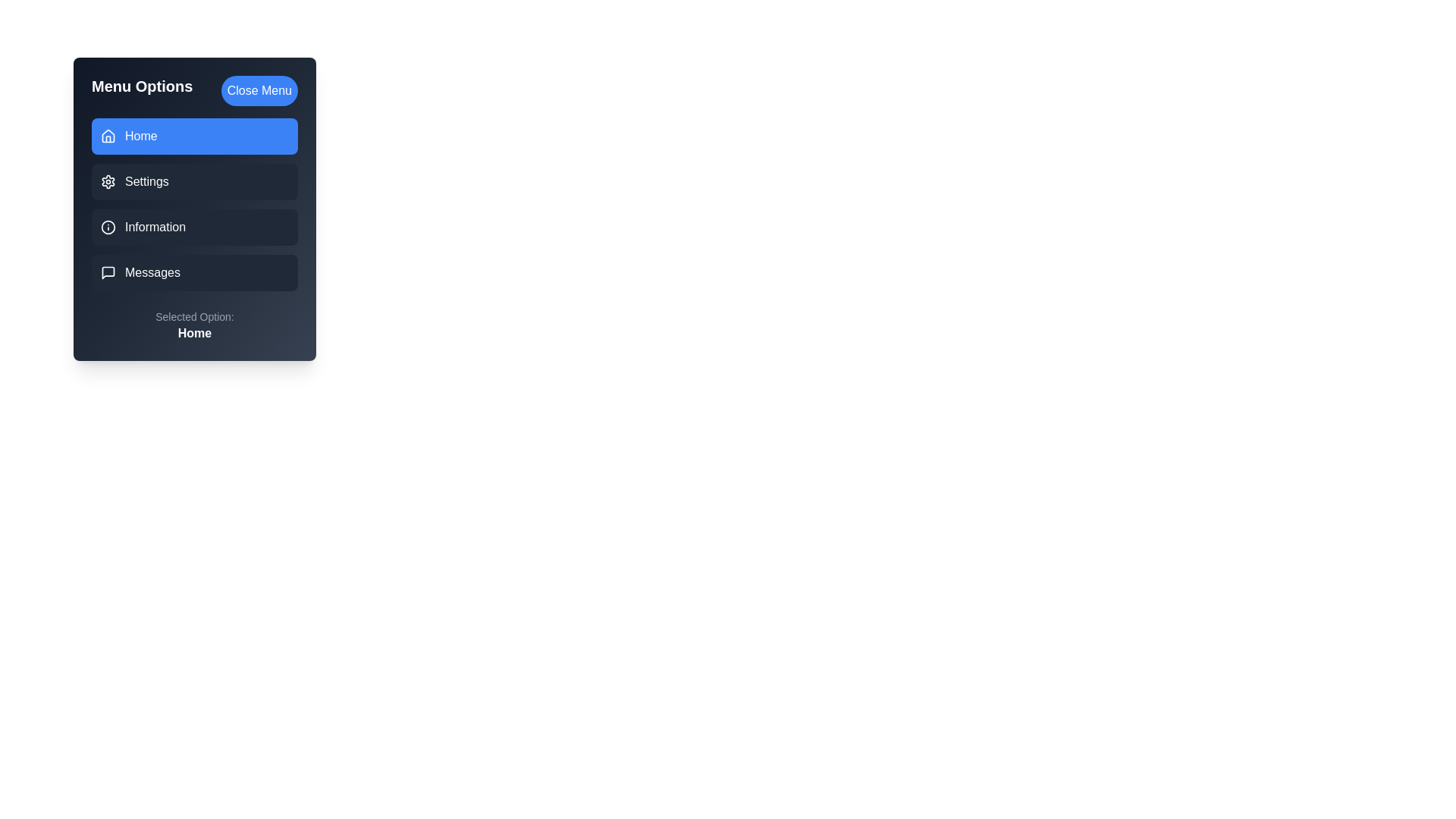 Image resolution: width=1456 pixels, height=819 pixels. I want to click on the speech bubble icon in the 'Messages' menu item, which is styled with thin strokes and is part of a vertical menu list, so click(108, 271).